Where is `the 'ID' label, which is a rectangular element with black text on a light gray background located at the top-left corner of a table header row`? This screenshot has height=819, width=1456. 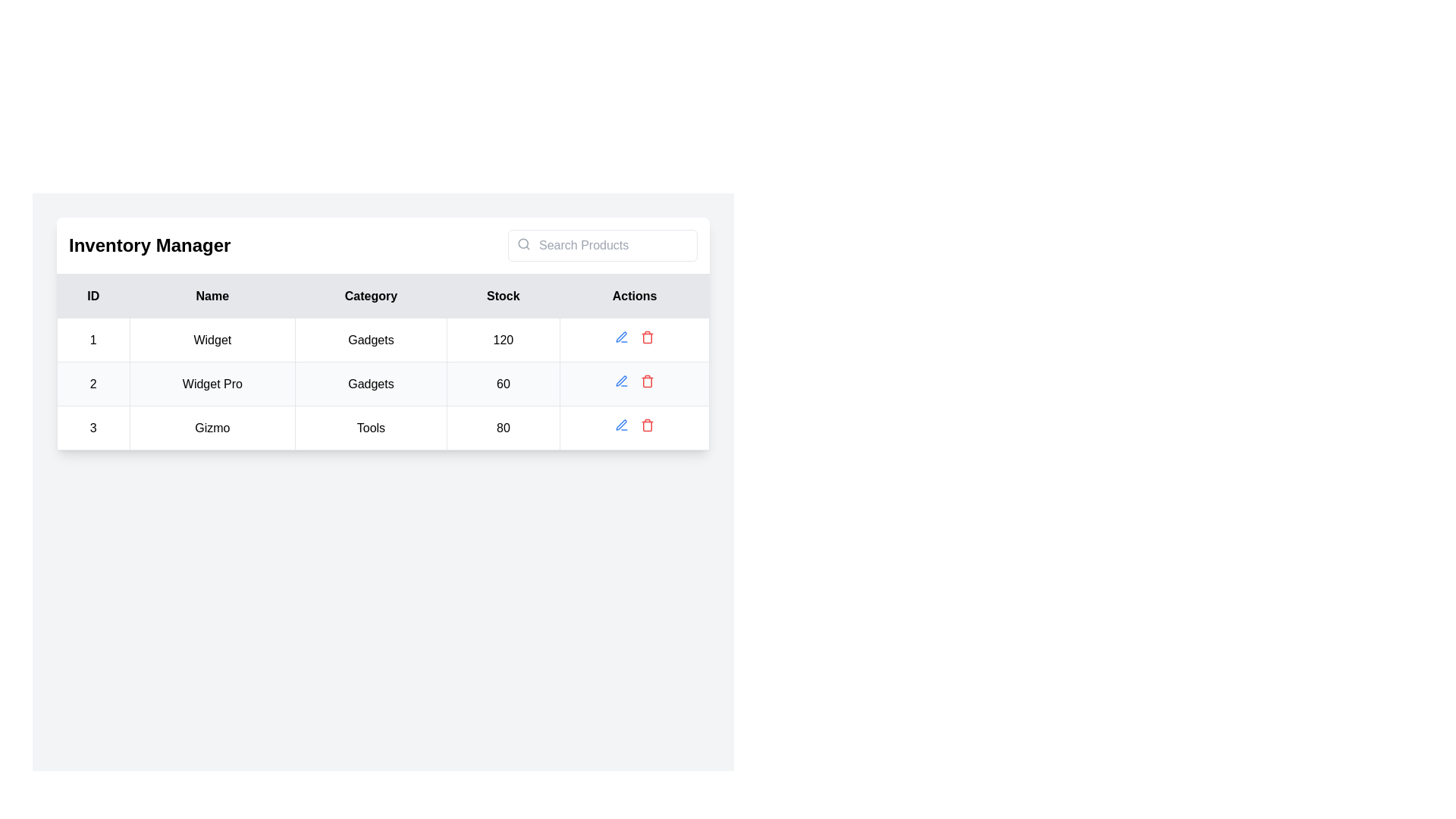
the 'ID' label, which is a rectangular element with black text on a light gray background located at the top-left corner of a table header row is located at coordinates (93, 296).